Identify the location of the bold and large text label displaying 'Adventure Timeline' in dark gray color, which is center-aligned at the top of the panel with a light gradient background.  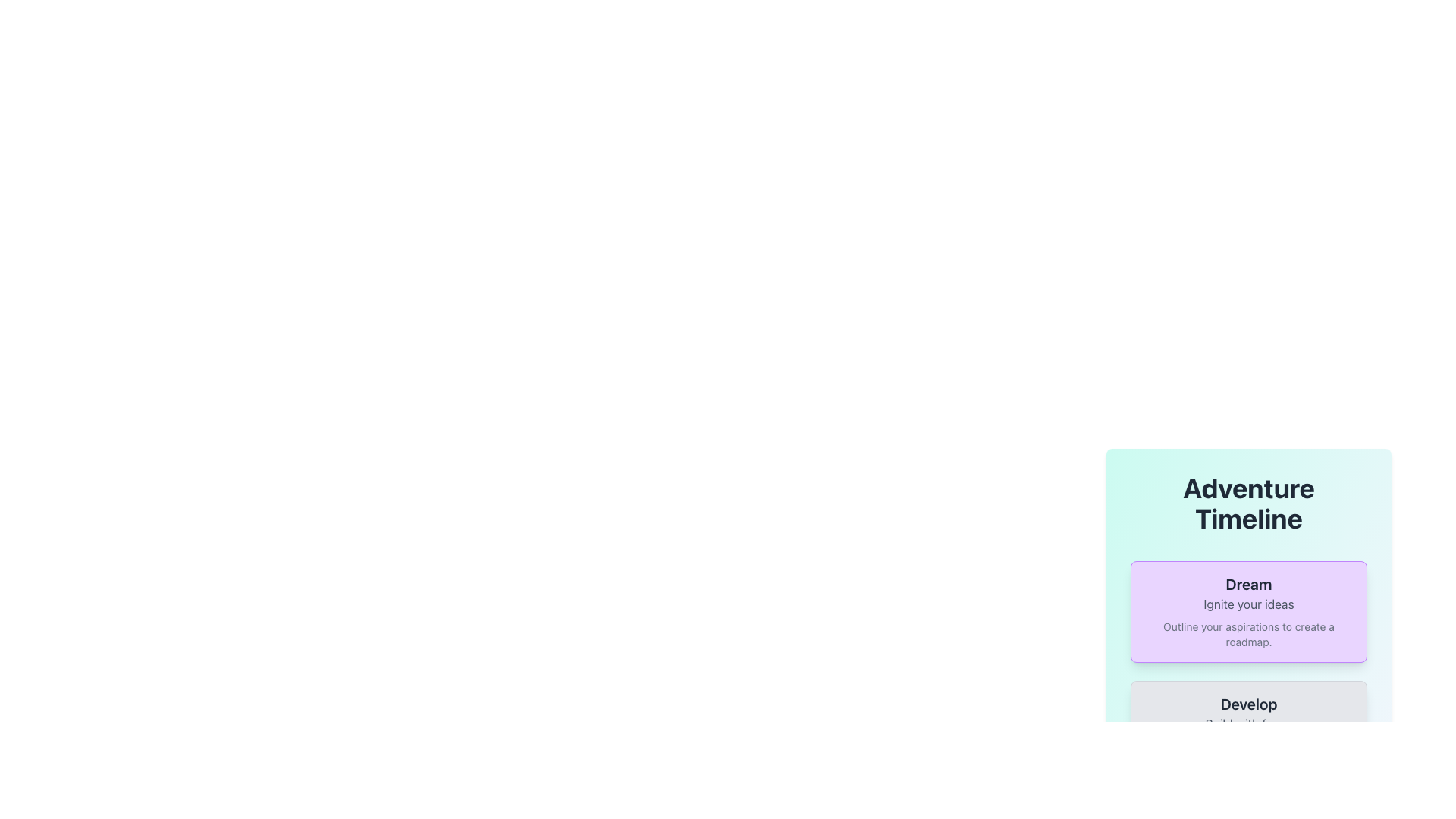
(1248, 503).